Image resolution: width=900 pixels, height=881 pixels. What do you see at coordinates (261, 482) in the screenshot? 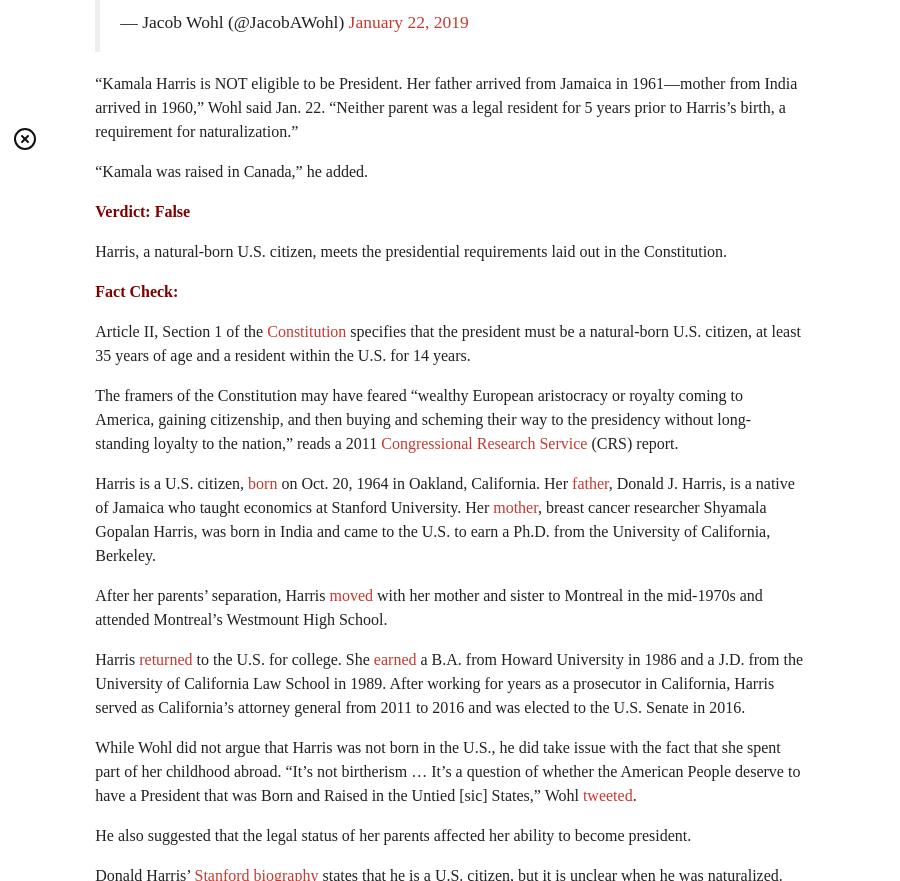
I see `'born'` at bounding box center [261, 482].